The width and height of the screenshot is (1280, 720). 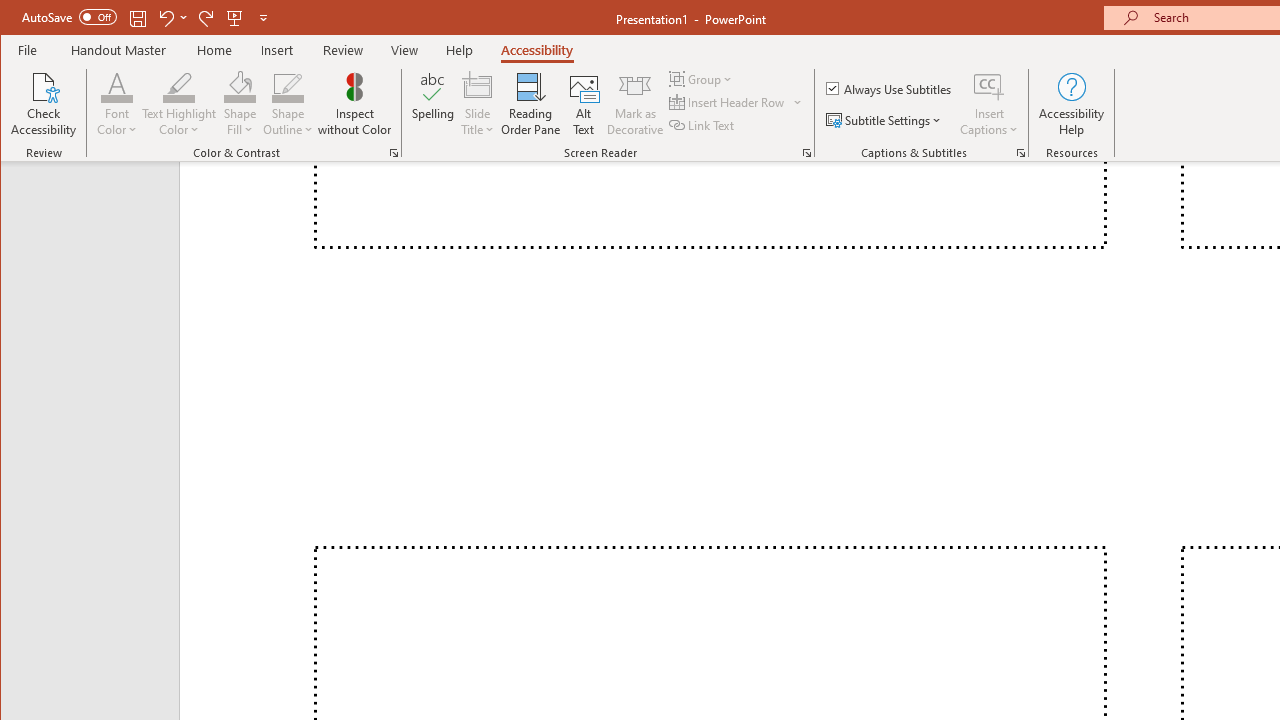 What do you see at coordinates (583, 104) in the screenshot?
I see `'Alt Text'` at bounding box center [583, 104].